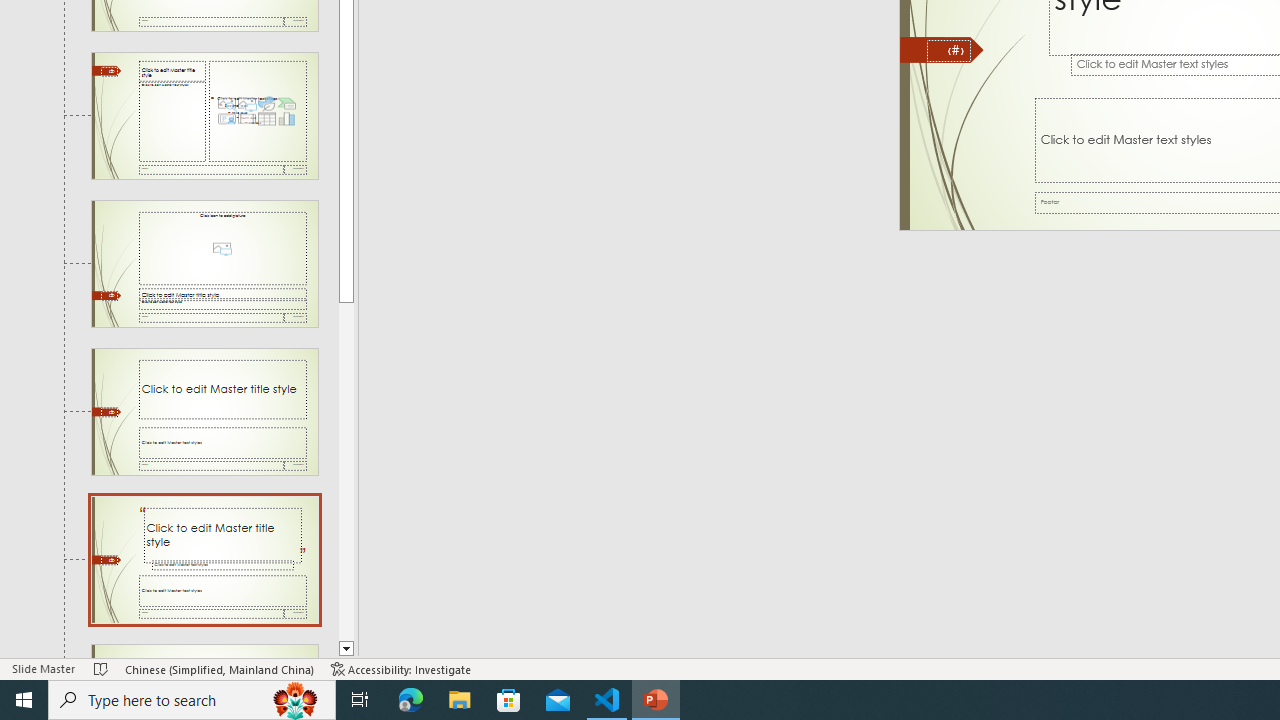  Describe the element at coordinates (941, 49) in the screenshot. I see `'Freeform 11'` at that location.